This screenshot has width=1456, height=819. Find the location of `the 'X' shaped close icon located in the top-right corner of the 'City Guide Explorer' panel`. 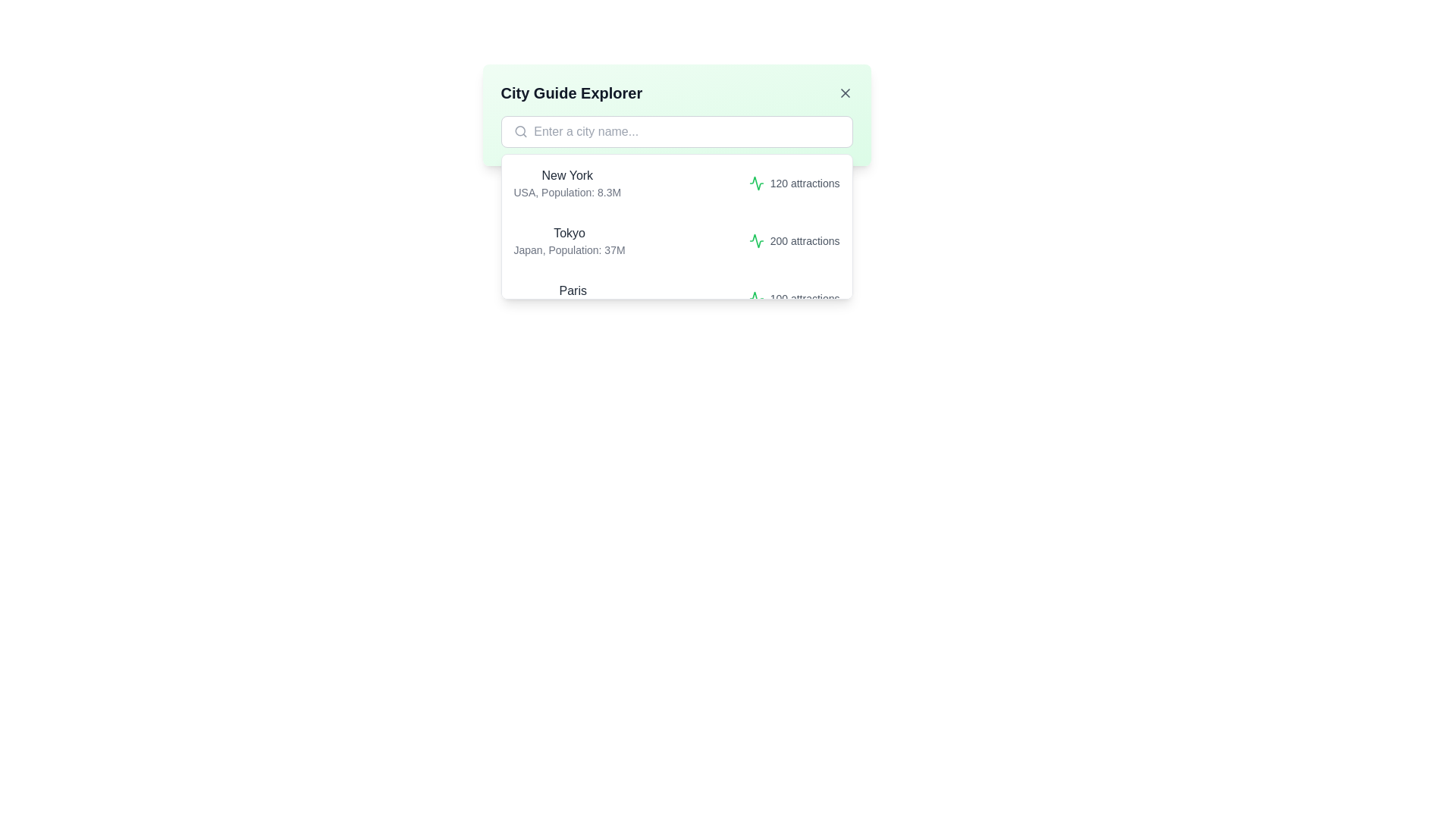

the 'X' shaped close icon located in the top-right corner of the 'City Guide Explorer' panel is located at coordinates (844, 93).